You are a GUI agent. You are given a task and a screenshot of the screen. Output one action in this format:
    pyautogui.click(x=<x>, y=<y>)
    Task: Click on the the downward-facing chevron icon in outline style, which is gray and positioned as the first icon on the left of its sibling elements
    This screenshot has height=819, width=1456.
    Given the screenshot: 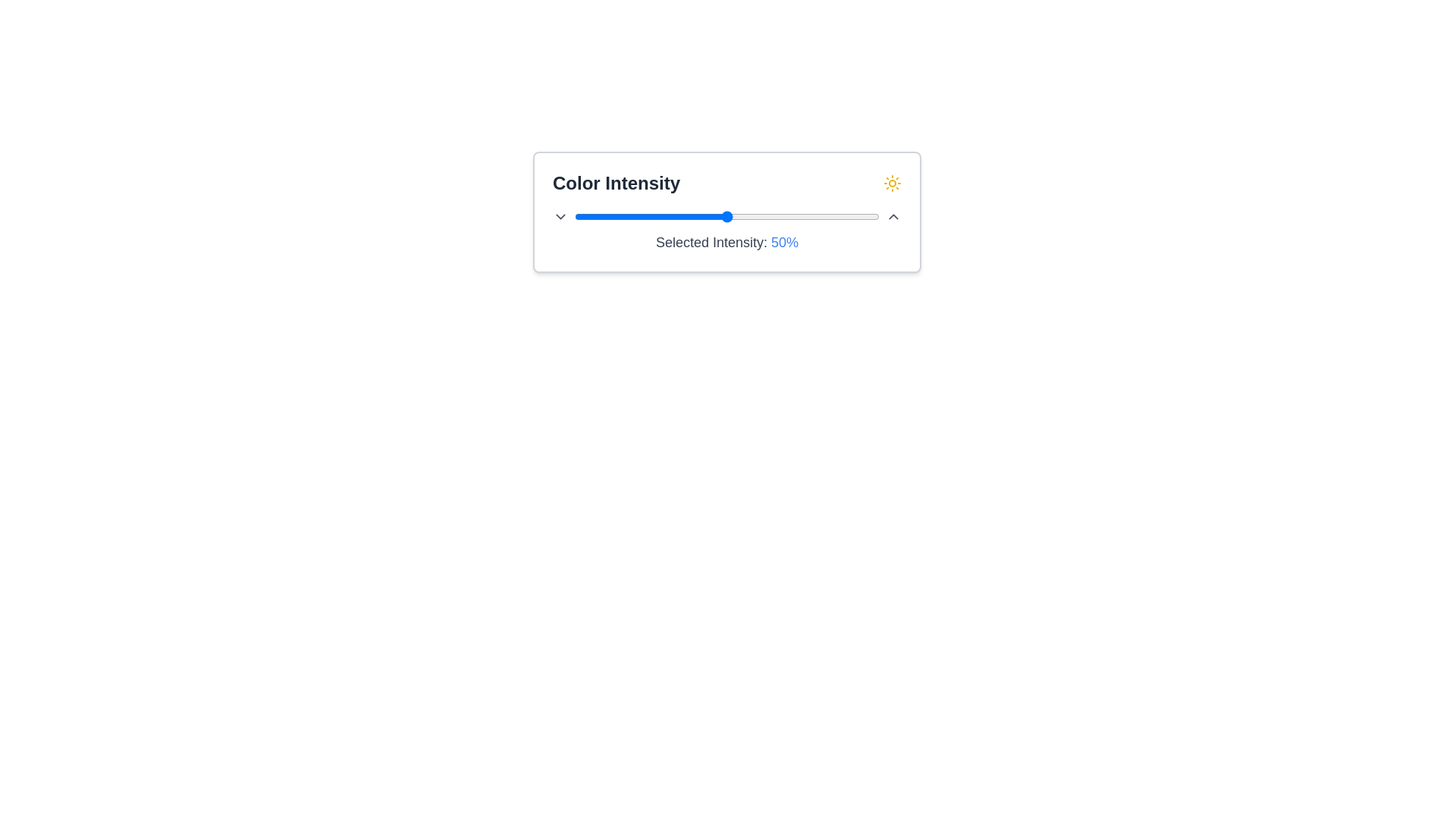 What is the action you would take?
    pyautogui.click(x=560, y=216)
    